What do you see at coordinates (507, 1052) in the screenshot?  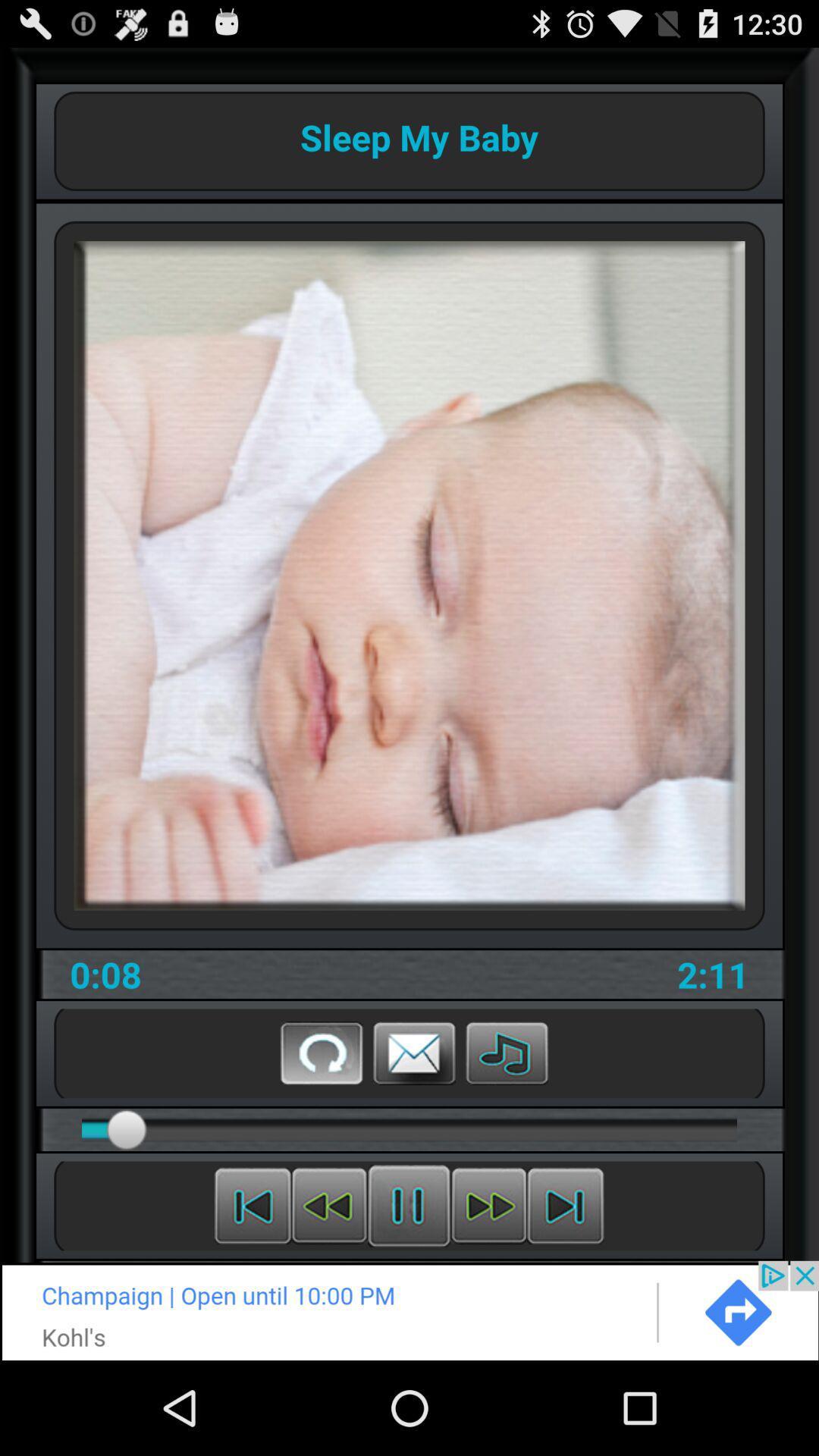 I see `leasion the music` at bounding box center [507, 1052].